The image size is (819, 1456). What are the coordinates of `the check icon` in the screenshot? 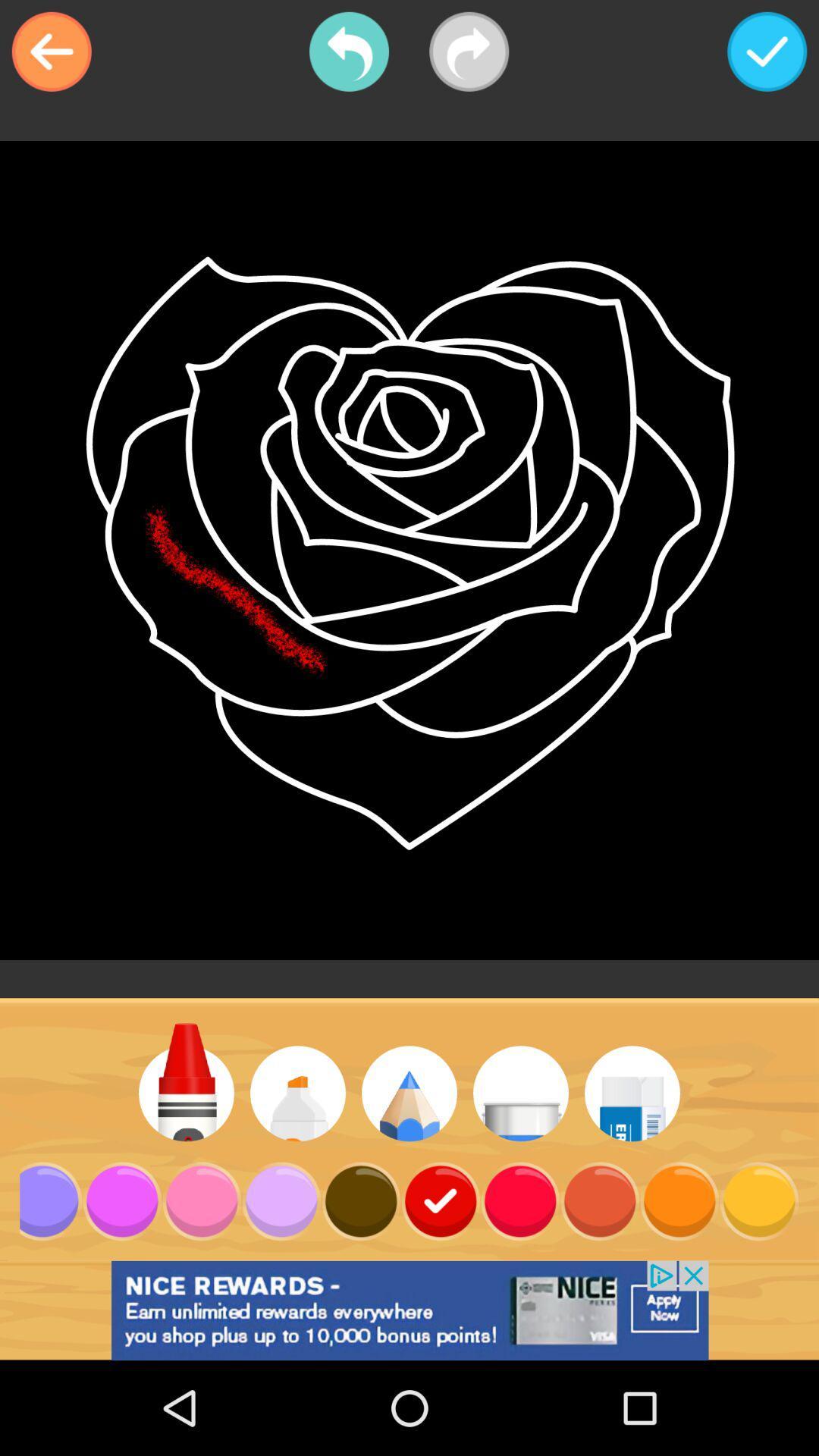 It's located at (767, 52).